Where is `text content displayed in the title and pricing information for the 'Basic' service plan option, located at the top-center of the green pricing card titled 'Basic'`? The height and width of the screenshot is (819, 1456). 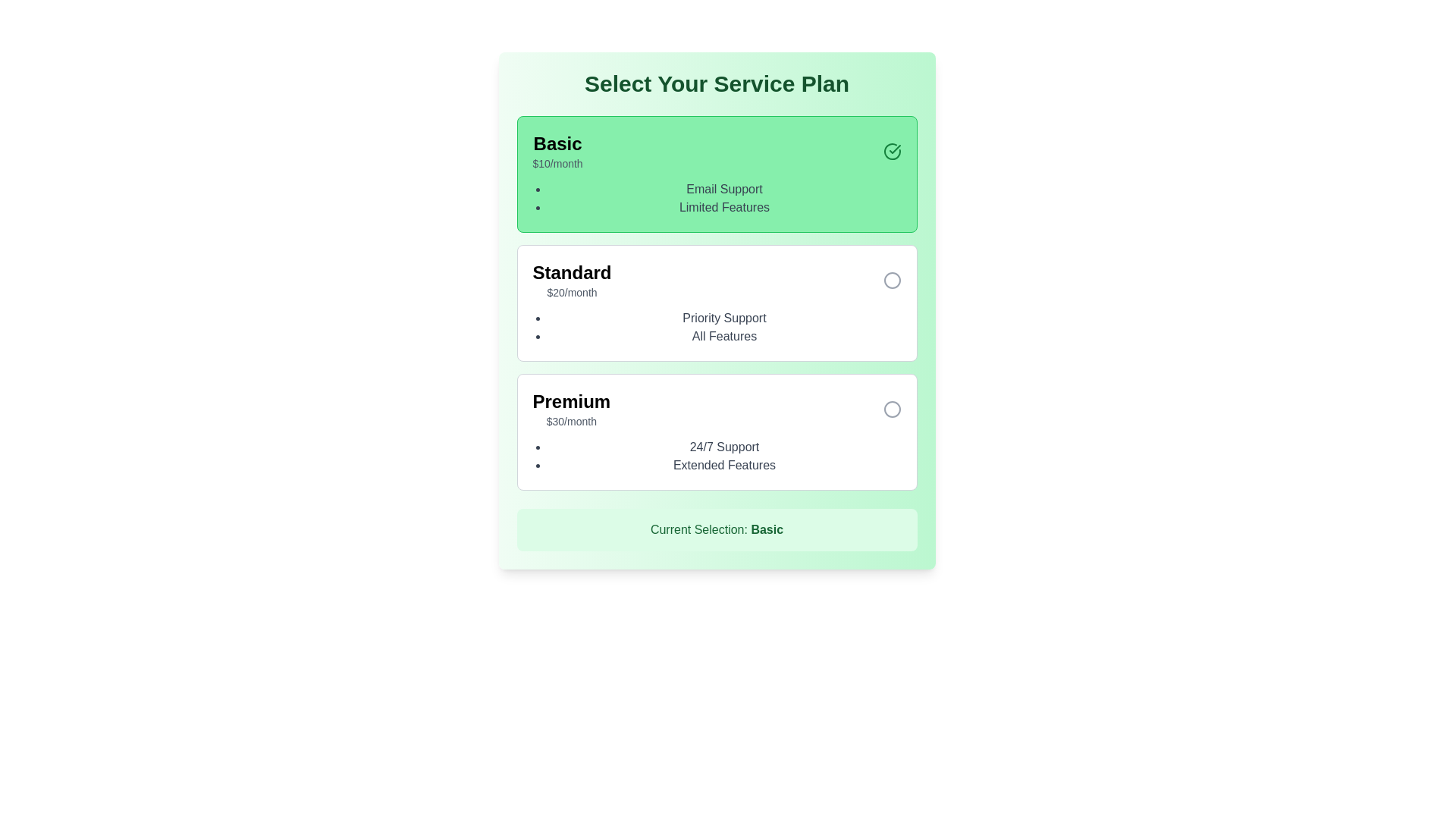 text content displayed in the title and pricing information for the 'Basic' service plan option, located at the top-center of the green pricing card titled 'Basic' is located at coordinates (557, 152).